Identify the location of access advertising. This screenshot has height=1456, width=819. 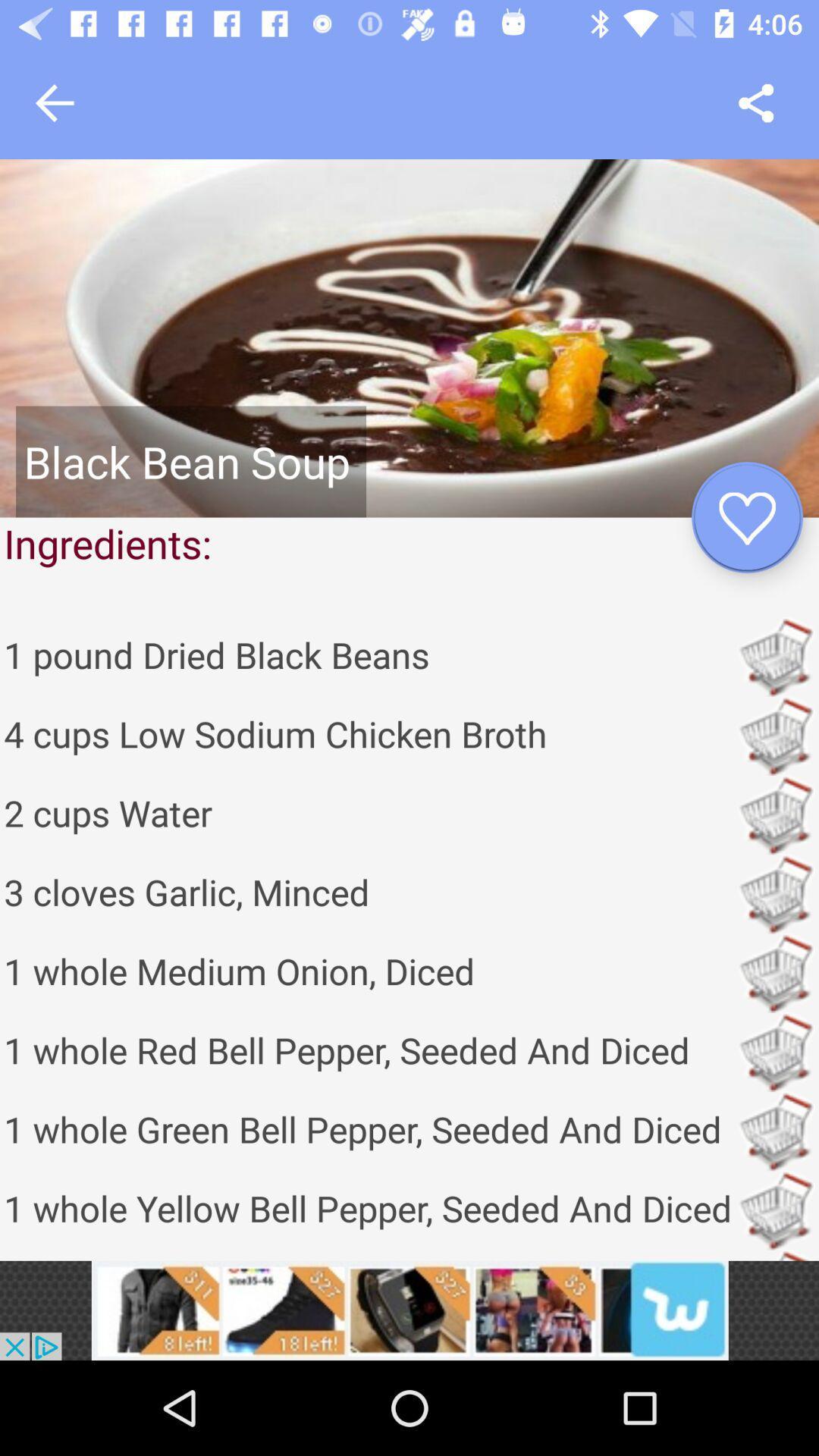
(409, 1310).